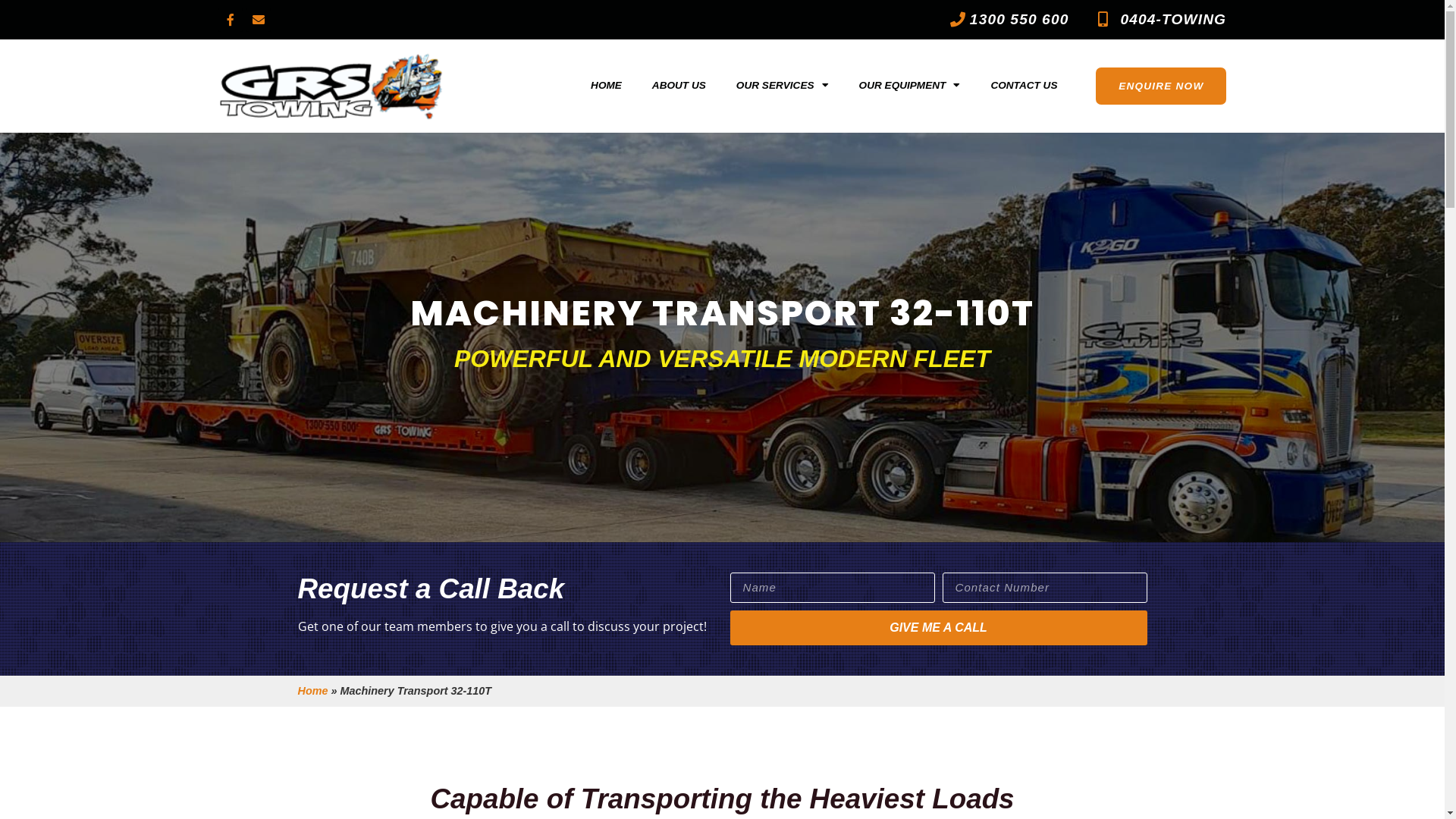 The image size is (1456, 819). I want to click on 'CONTACT US', so click(1023, 85).